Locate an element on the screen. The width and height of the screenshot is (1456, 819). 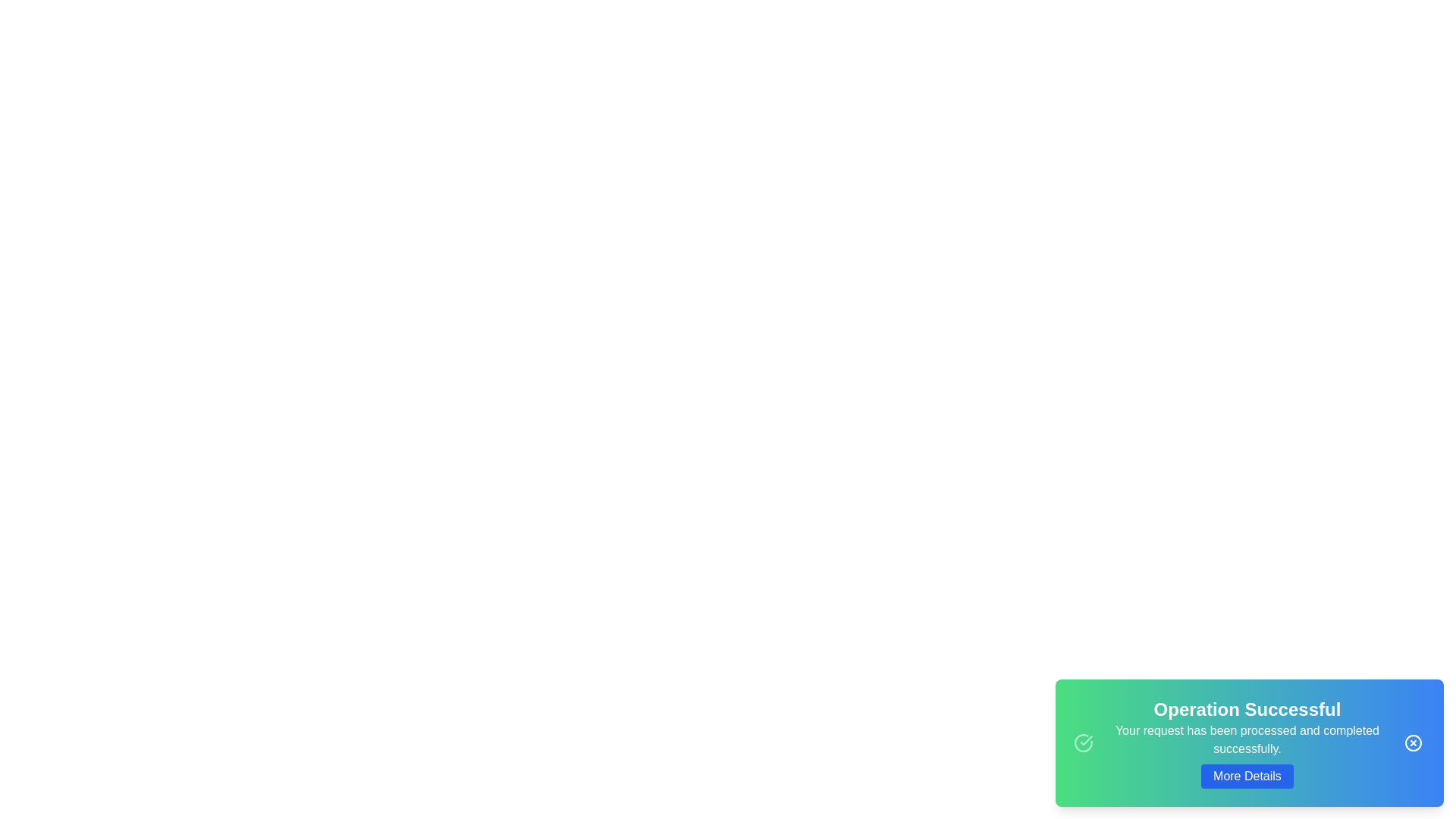
the close button (X) to dismiss the snackbar is located at coordinates (1412, 742).